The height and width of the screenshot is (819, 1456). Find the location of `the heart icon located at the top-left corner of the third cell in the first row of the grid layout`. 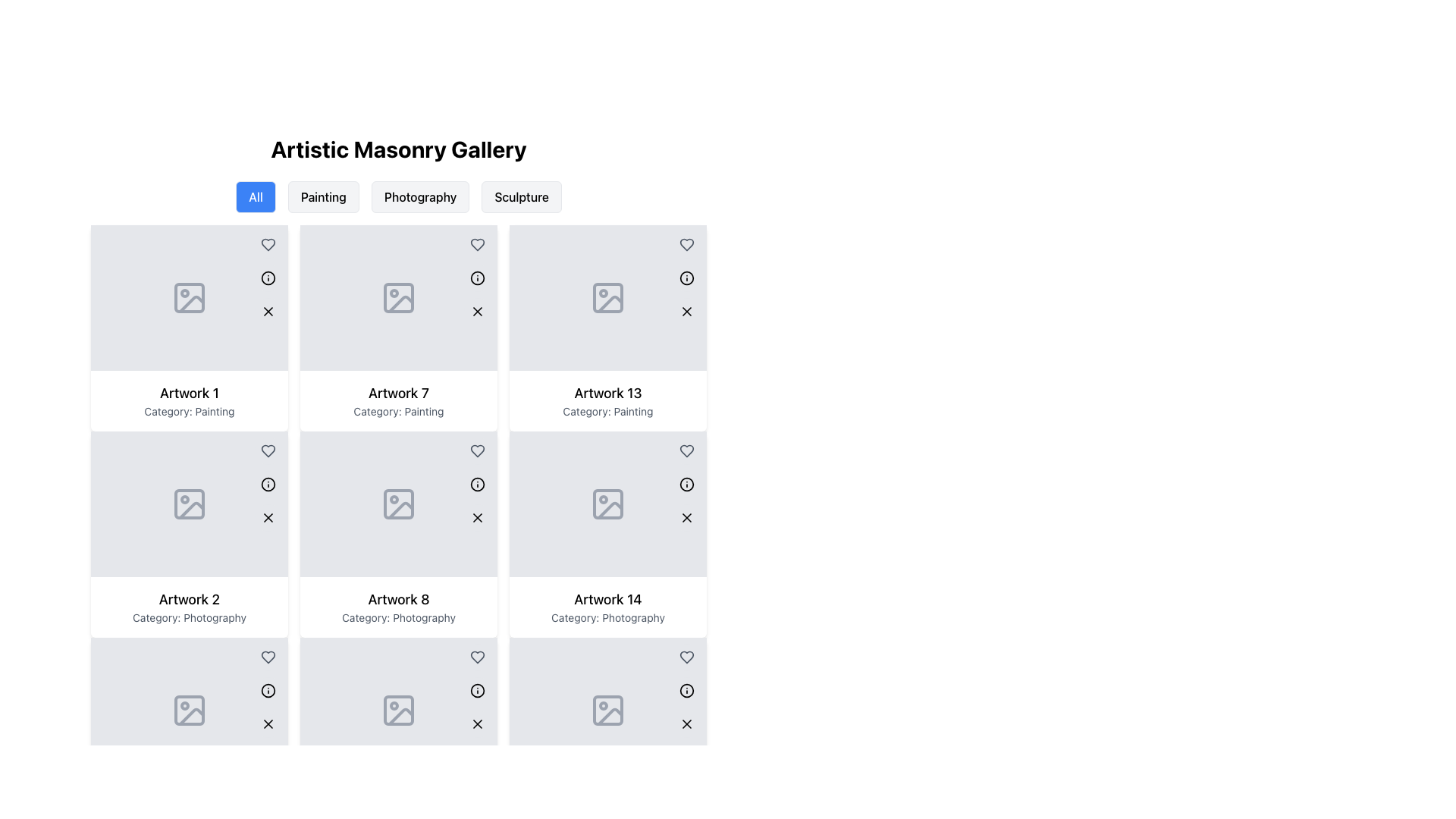

the heart icon located at the top-left corner of the third cell in the first row of the grid layout is located at coordinates (686, 244).